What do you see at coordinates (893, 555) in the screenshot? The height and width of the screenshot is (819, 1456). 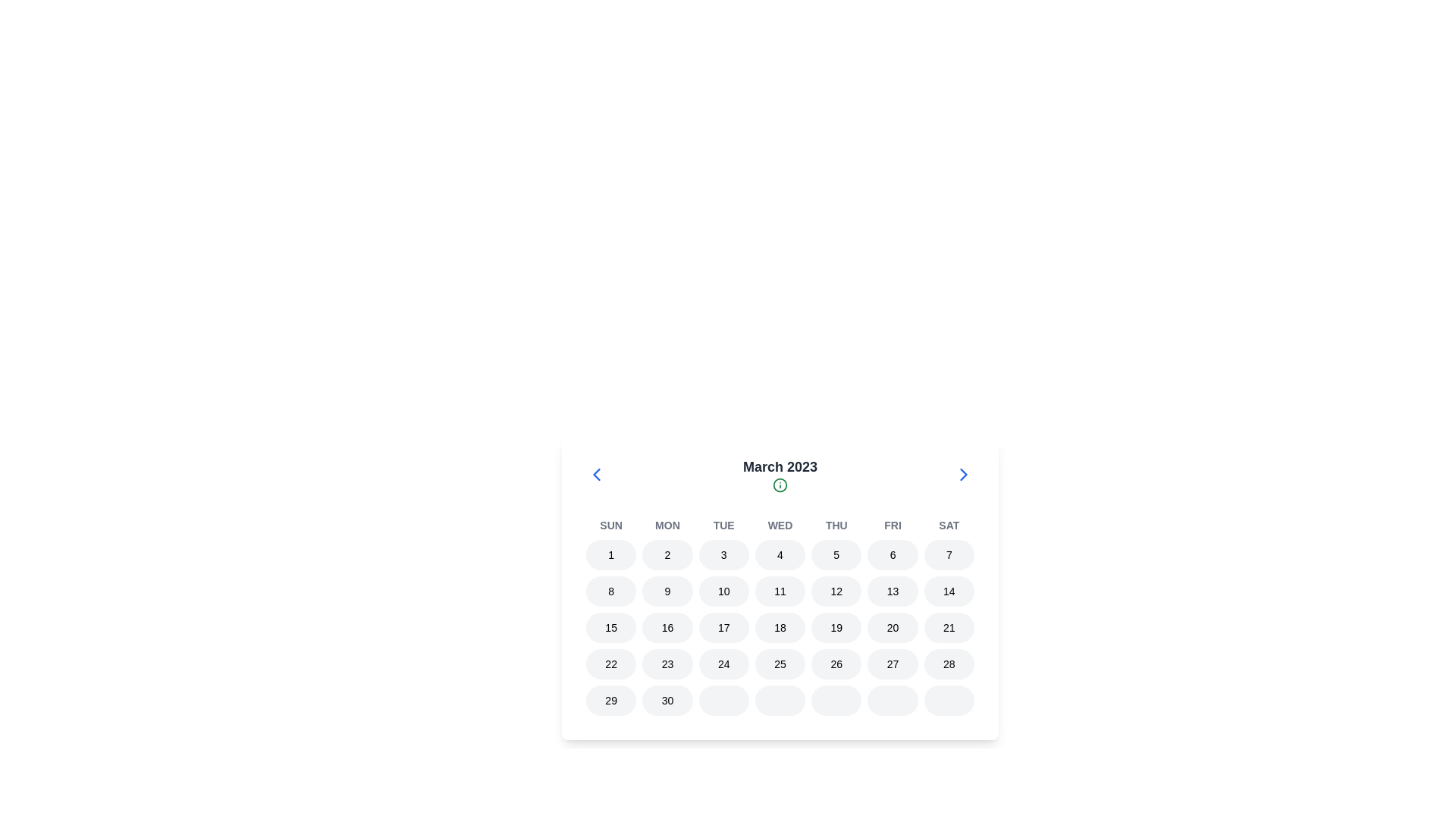 I see `the circular button with a light gray background and the number '6' displayed in black` at bounding box center [893, 555].